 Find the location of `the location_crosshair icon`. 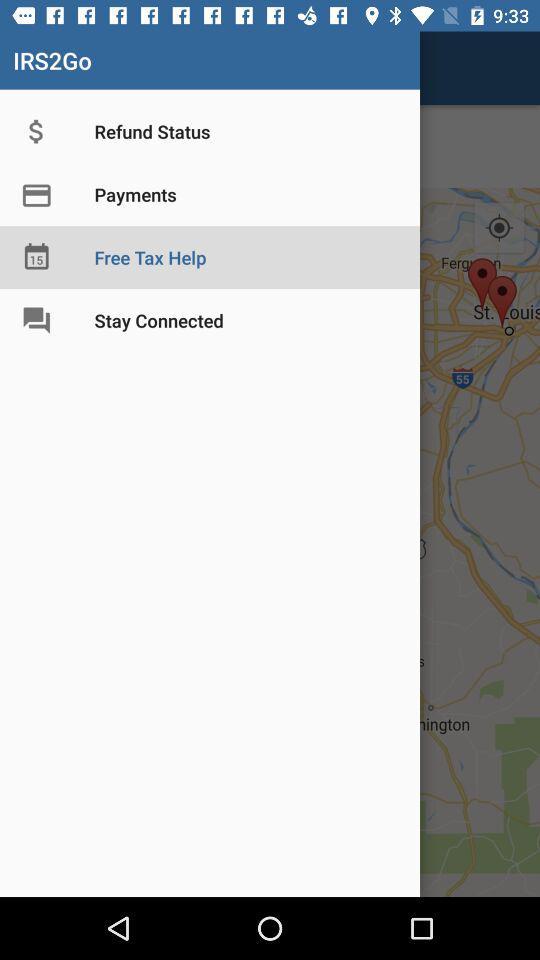

the location_crosshair icon is located at coordinates (498, 228).